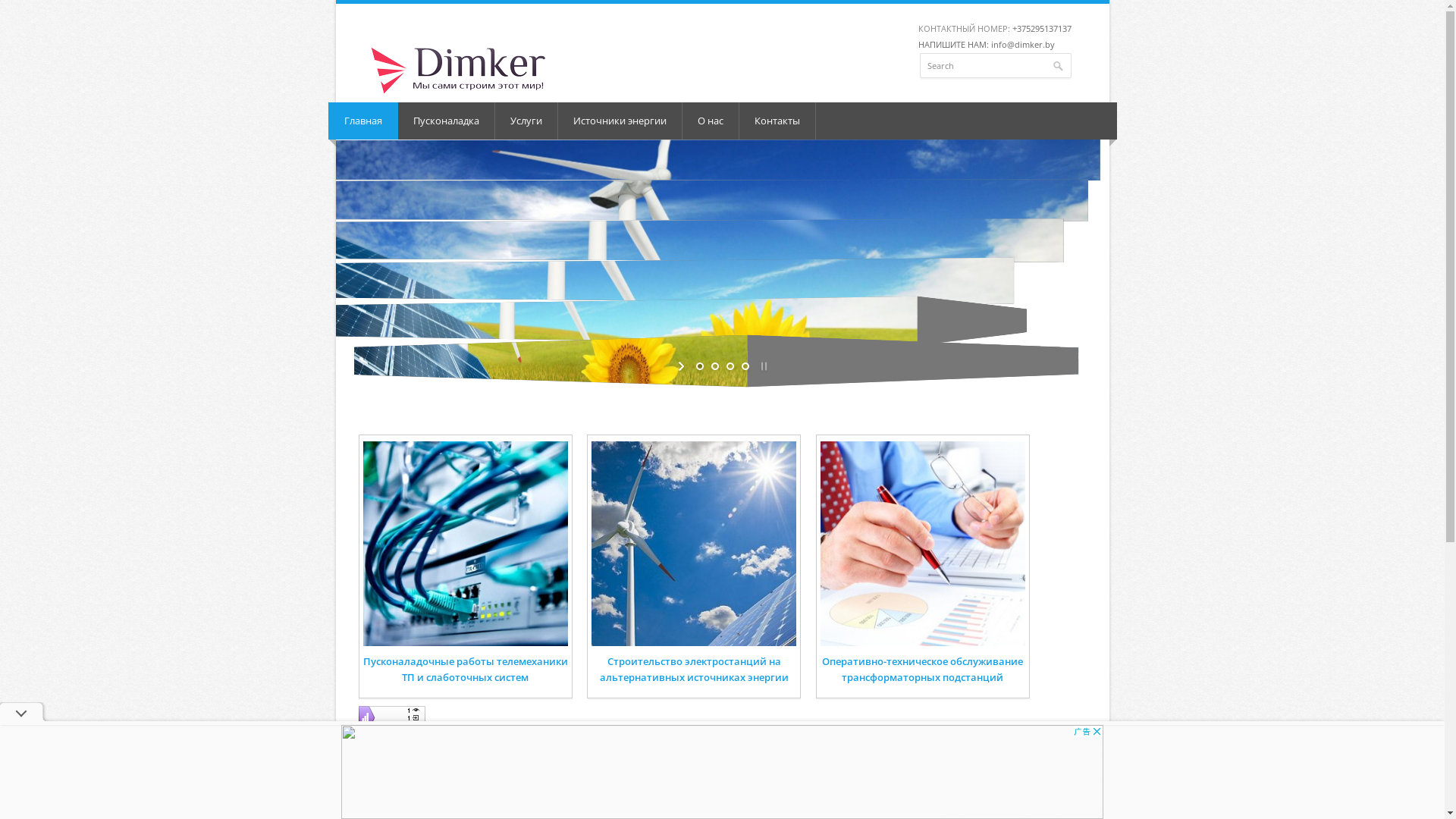 The width and height of the screenshot is (1456, 819). What do you see at coordinates (1040, 28) in the screenshot?
I see `'+375295137137'` at bounding box center [1040, 28].